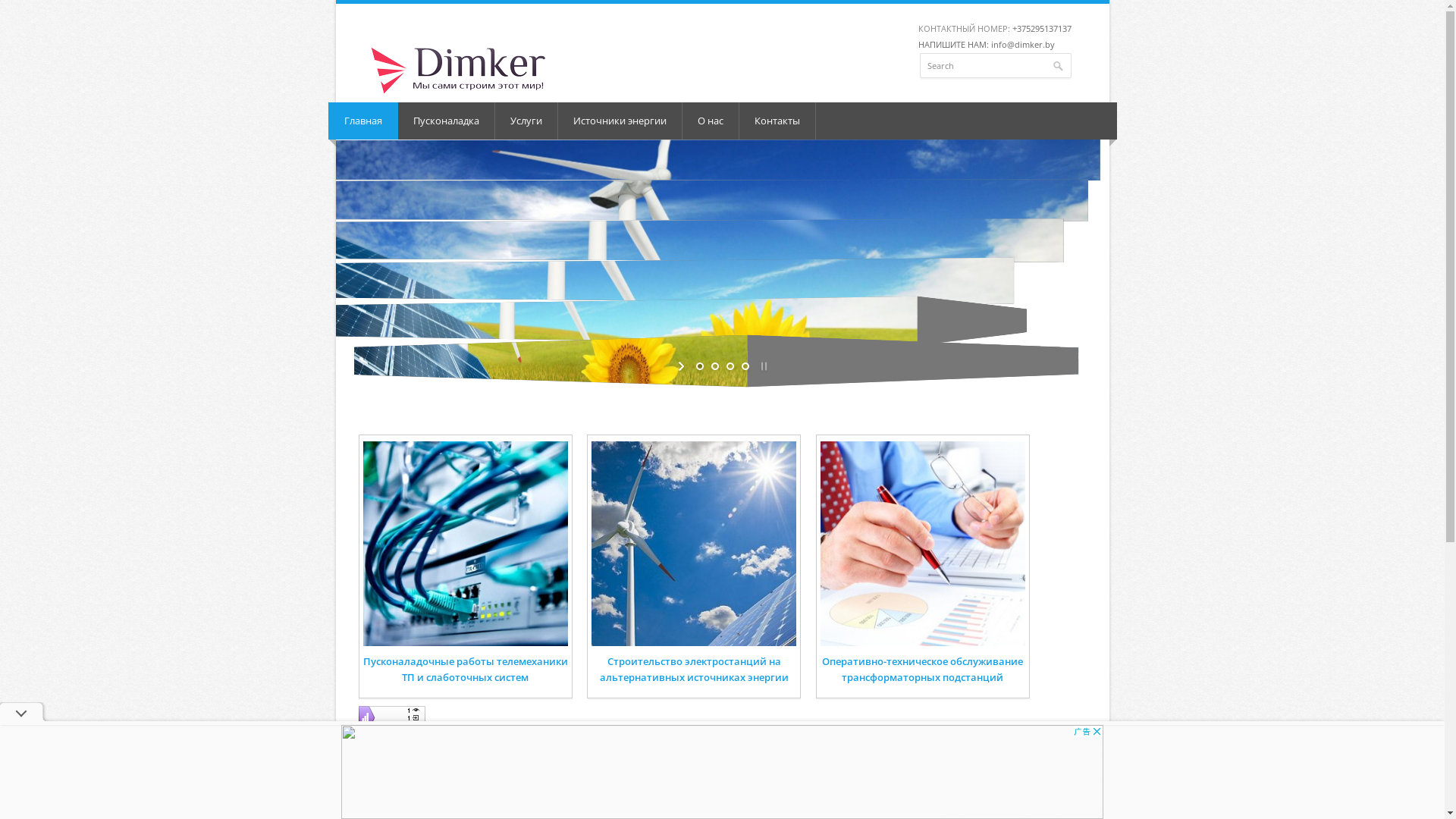 The width and height of the screenshot is (1456, 819). What do you see at coordinates (1040, 28) in the screenshot?
I see `'+375295137137'` at bounding box center [1040, 28].